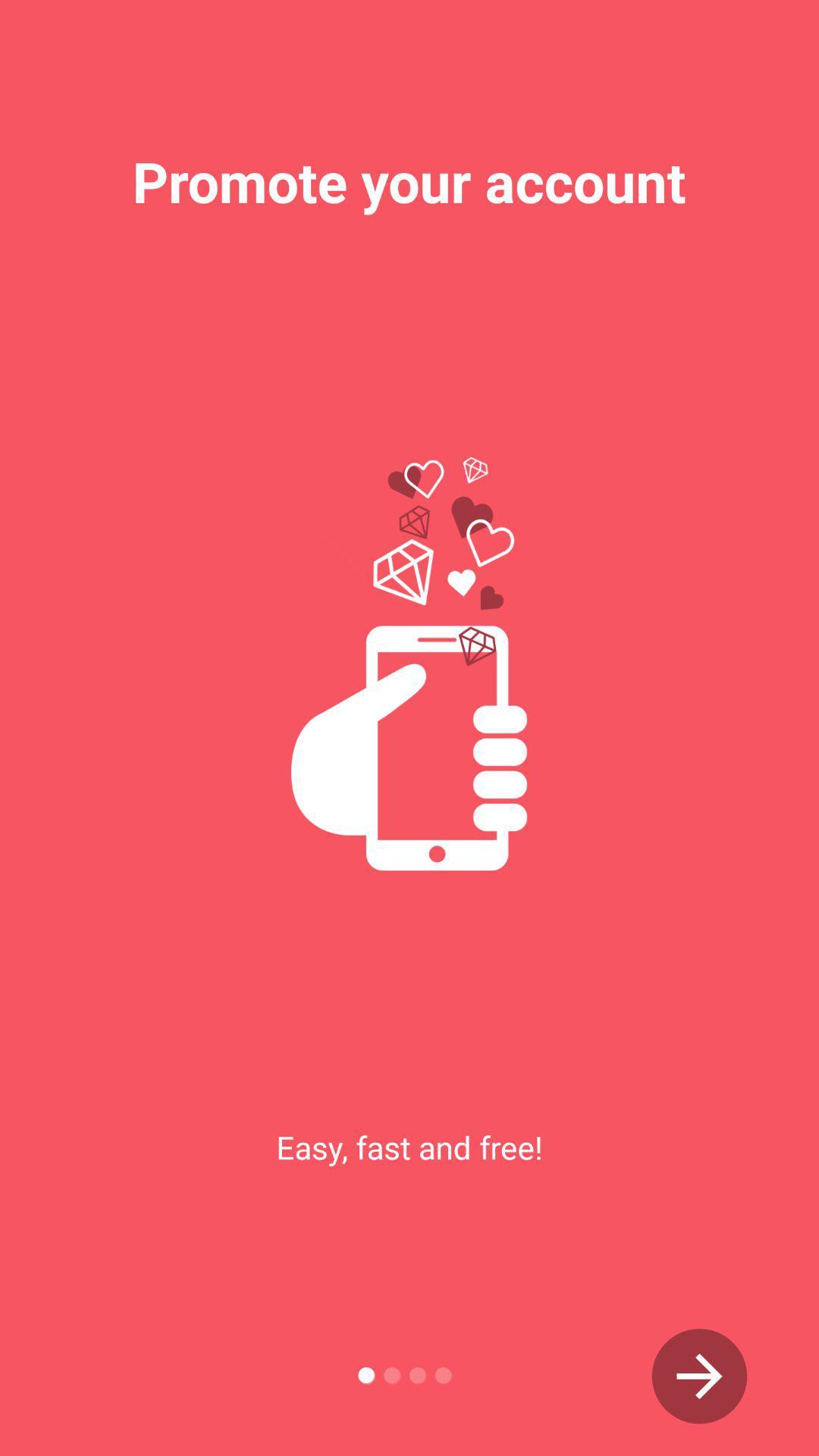 The height and width of the screenshot is (1456, 819). What do you see at coordinates (699, 1376) in the screenshot?
I see `icon below easy fast and item` at bounding box center [699, 1376].